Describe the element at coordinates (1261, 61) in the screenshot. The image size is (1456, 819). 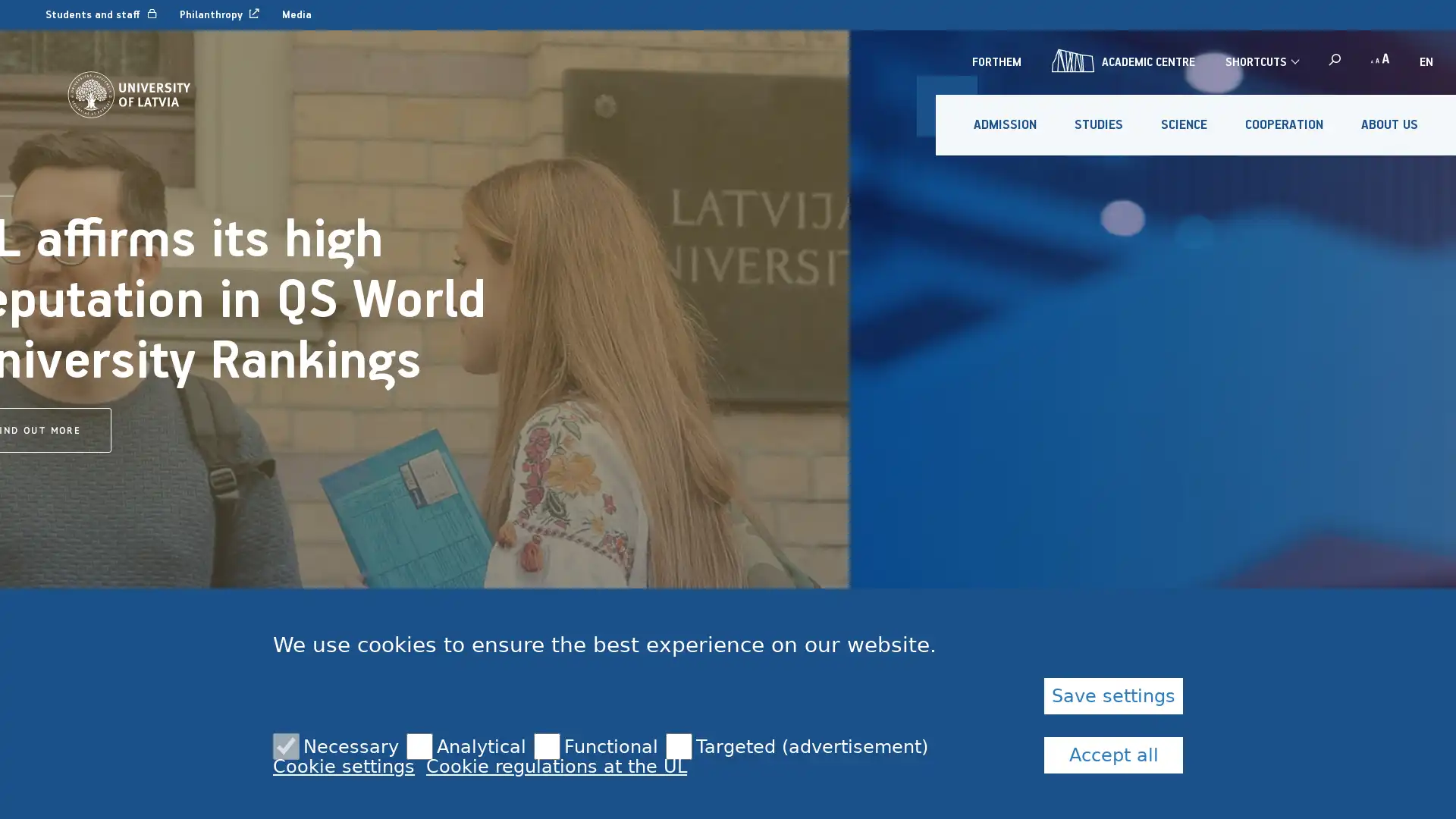
I see `SHORTCUTS` at that location.